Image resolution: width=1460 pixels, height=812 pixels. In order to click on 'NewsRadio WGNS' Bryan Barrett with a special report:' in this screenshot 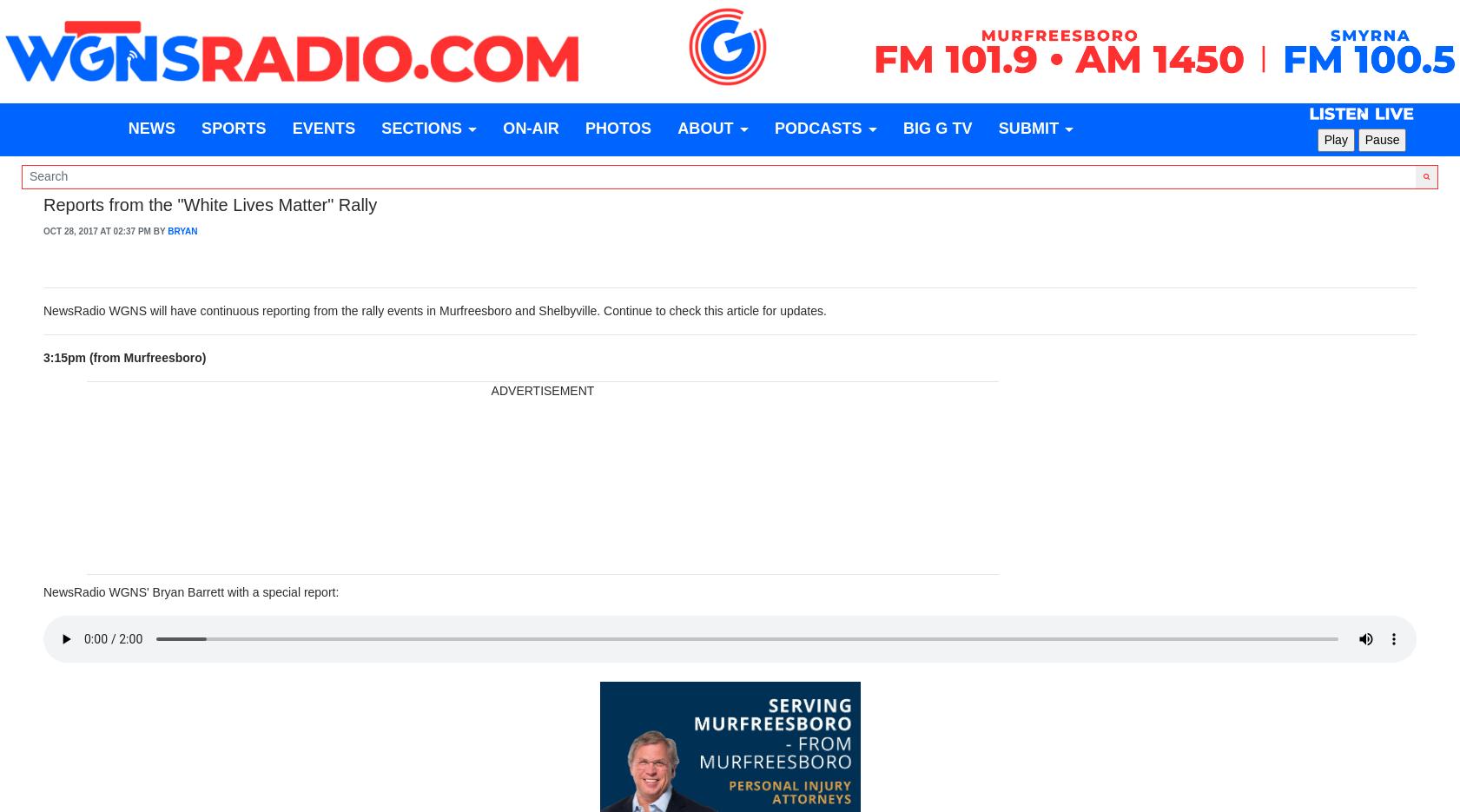, I will do `click(42, 591)`.